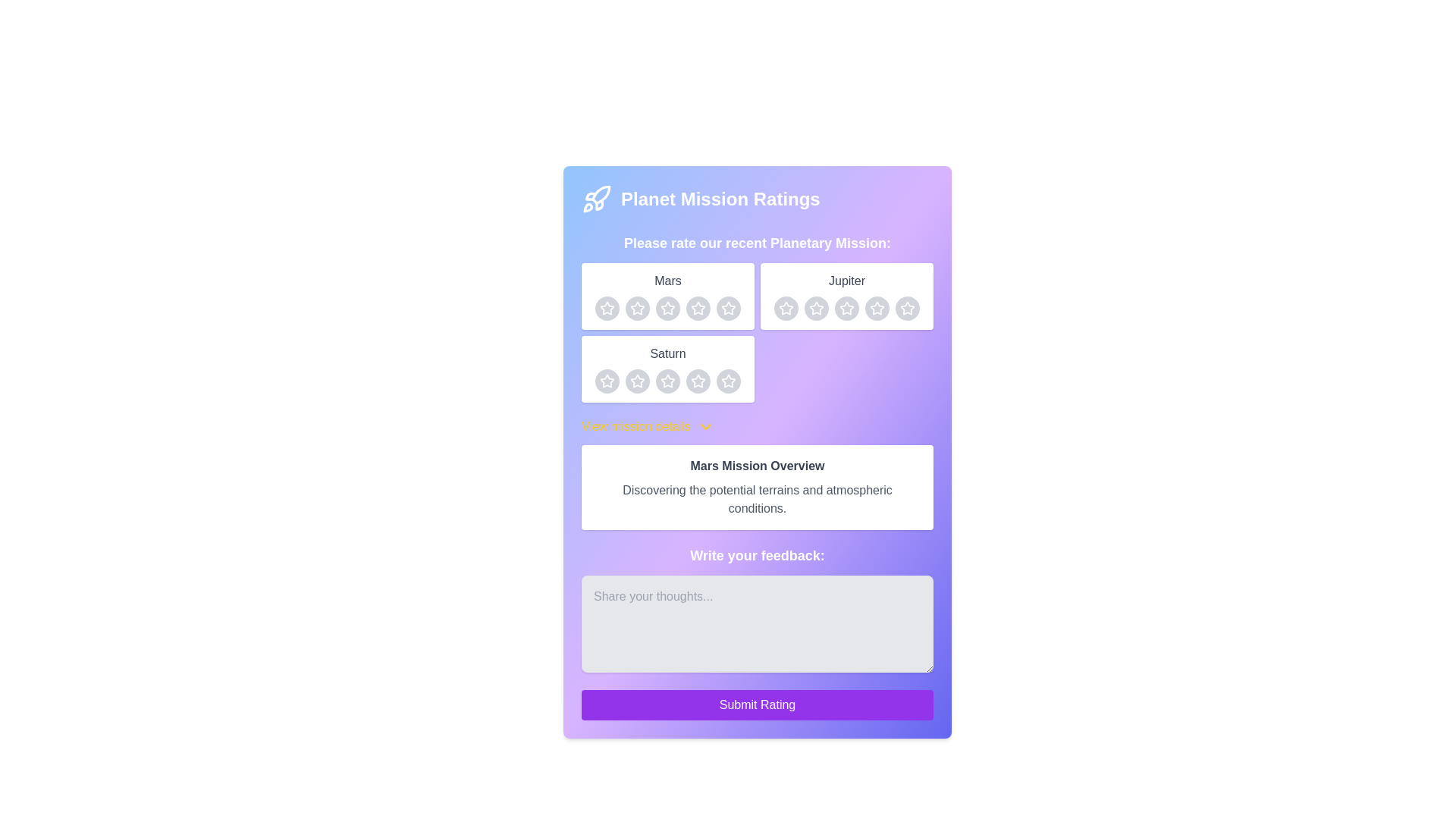  What do you see at coordinates (814, 307) in the screenshot?
I see `the third star icon` at bounding box center [814, 307].